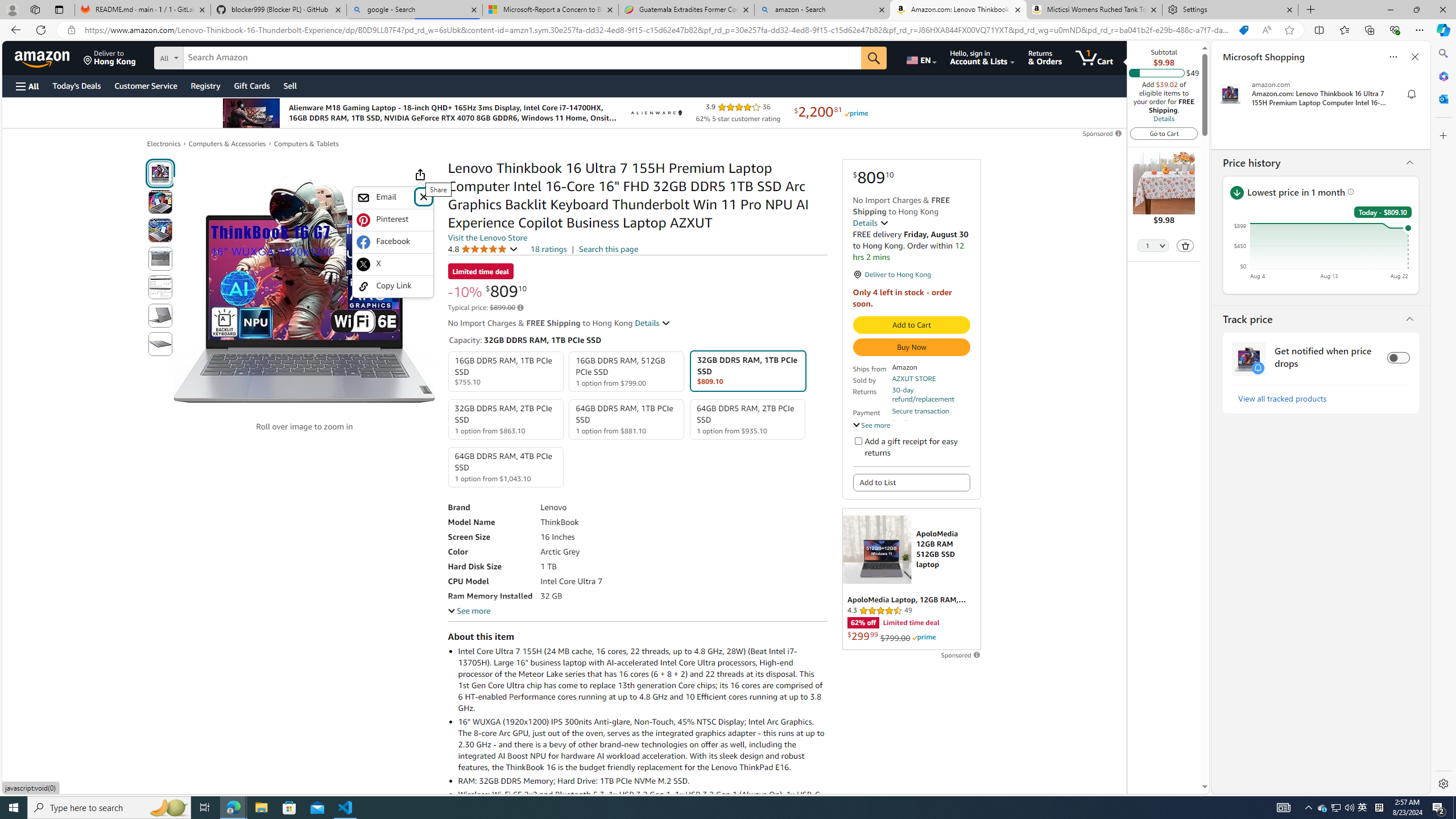 The height and width of the screenshot is (819, 1456). Describe the element at coordinates (920, 411) in the screenshot. I see `'Secure transaction'` at that location.